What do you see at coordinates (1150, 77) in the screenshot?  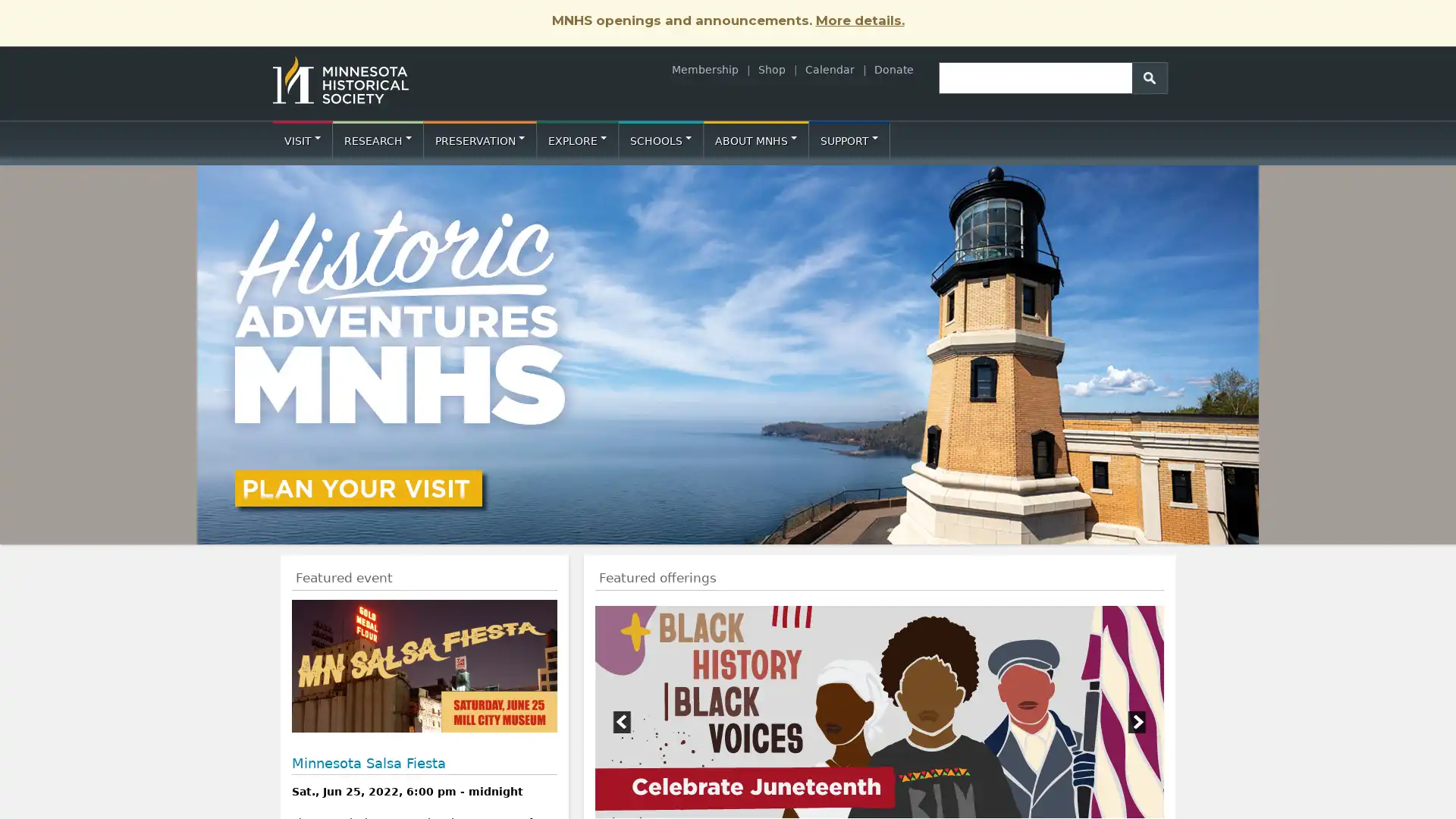 I see `Search` at bounding box center [1150, 77].